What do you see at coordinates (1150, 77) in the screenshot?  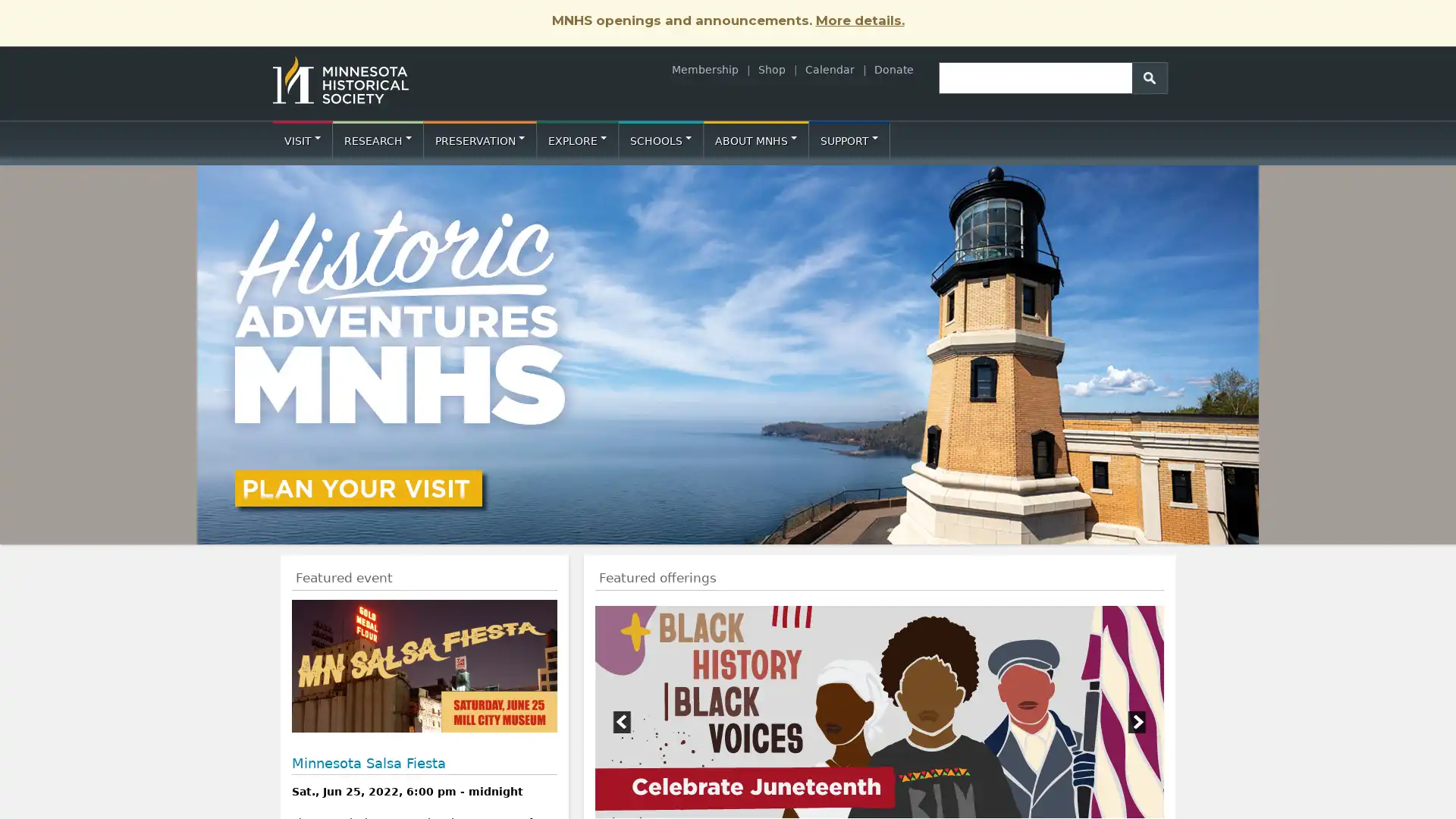 I see `Search` at bounding box center [1150, 77].